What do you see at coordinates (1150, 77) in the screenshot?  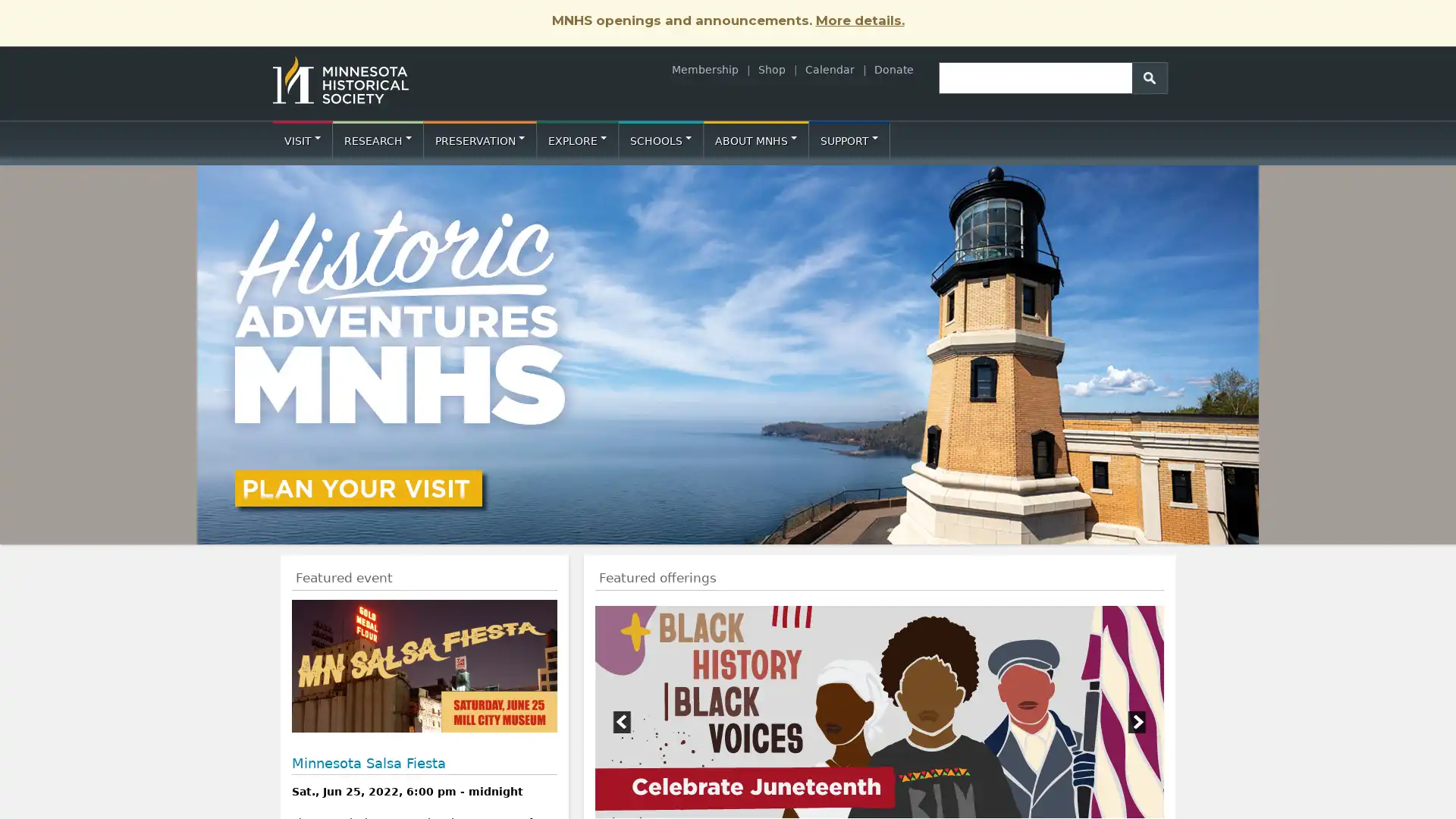 I see `Search` at bounding box center [1150, 77].